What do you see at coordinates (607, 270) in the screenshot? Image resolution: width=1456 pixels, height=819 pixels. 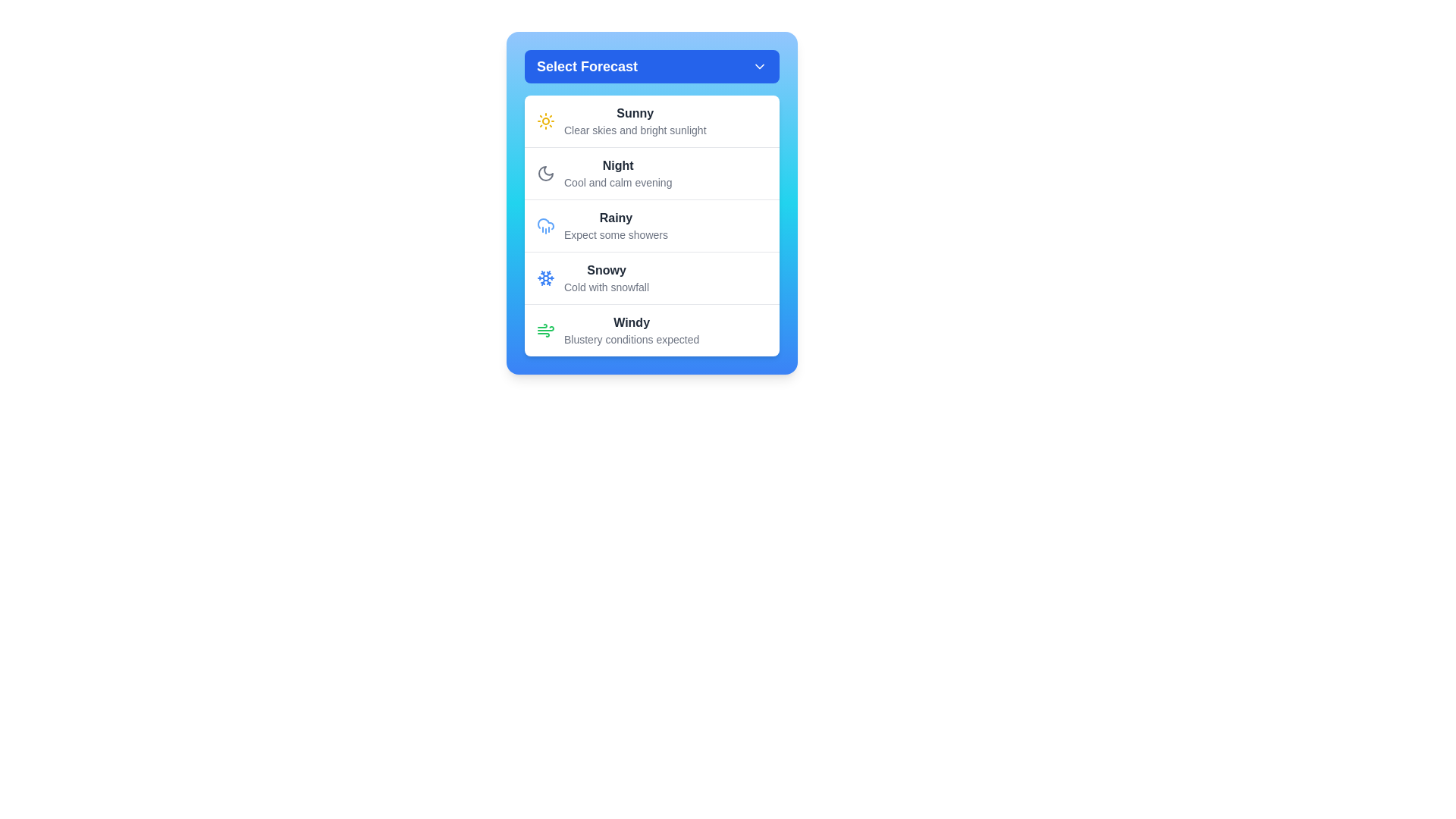 I see `the 'Snowy' option` at bounding box center [607, 270].